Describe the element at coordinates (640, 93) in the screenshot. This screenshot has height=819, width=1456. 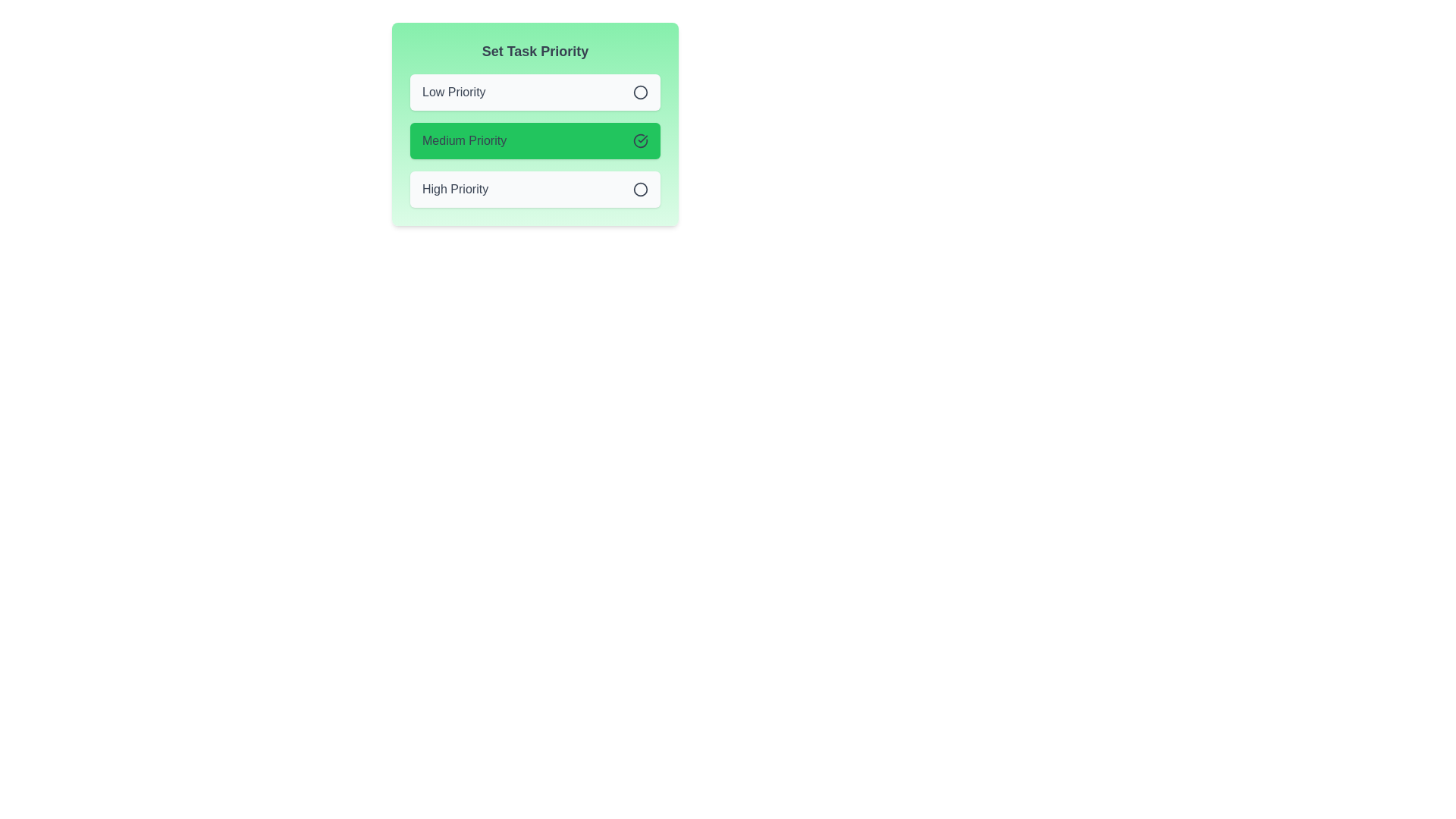
I see `the 'Low Priority' icon located at the far right of the 'Low Priority' button in the 'Set Task Priority' list` at that location.